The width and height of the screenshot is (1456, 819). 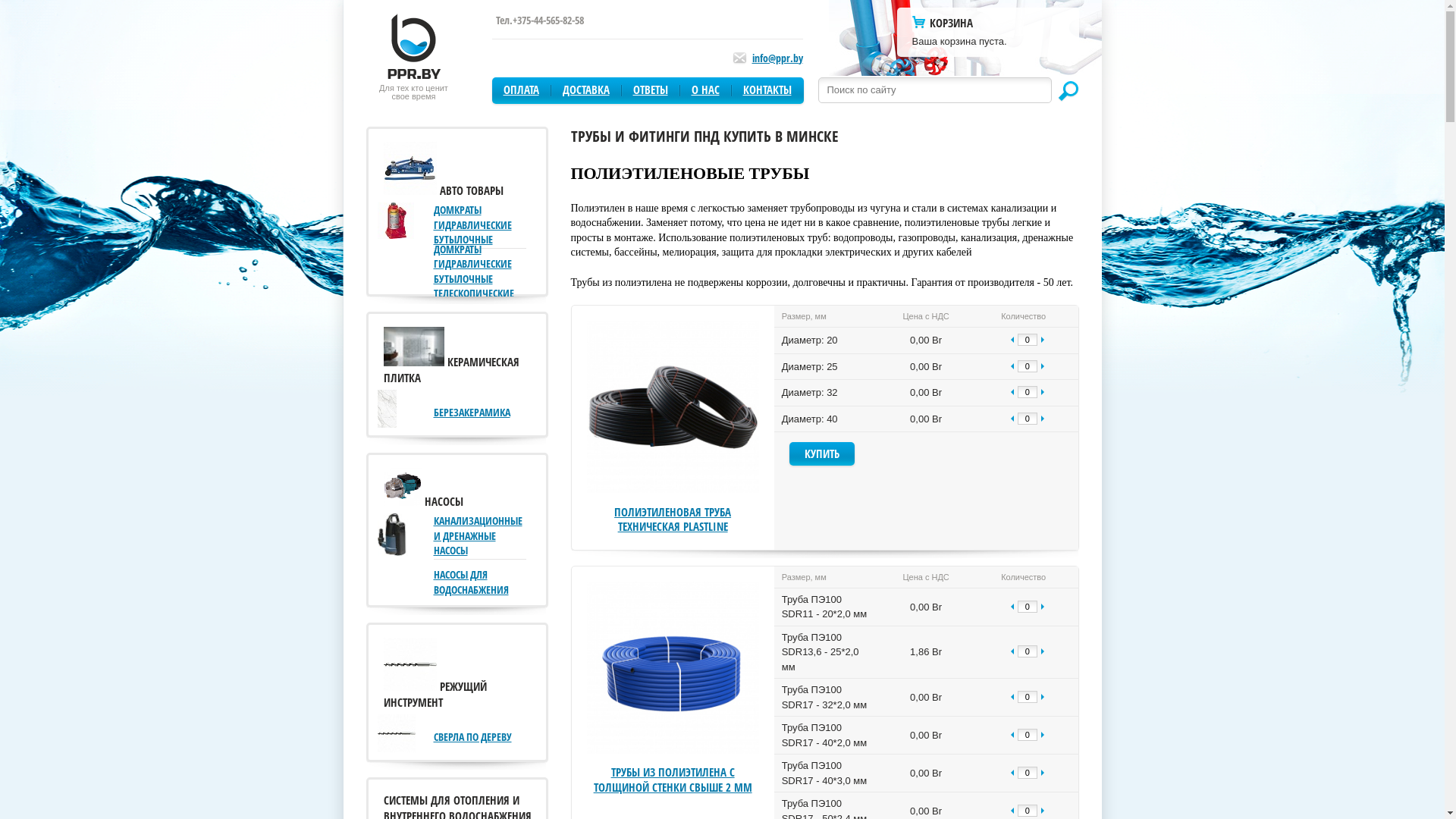 What do you see at coordinates (1041, 366) in the screenshot?
I see `'+'` at bounding box center [1041, 366].